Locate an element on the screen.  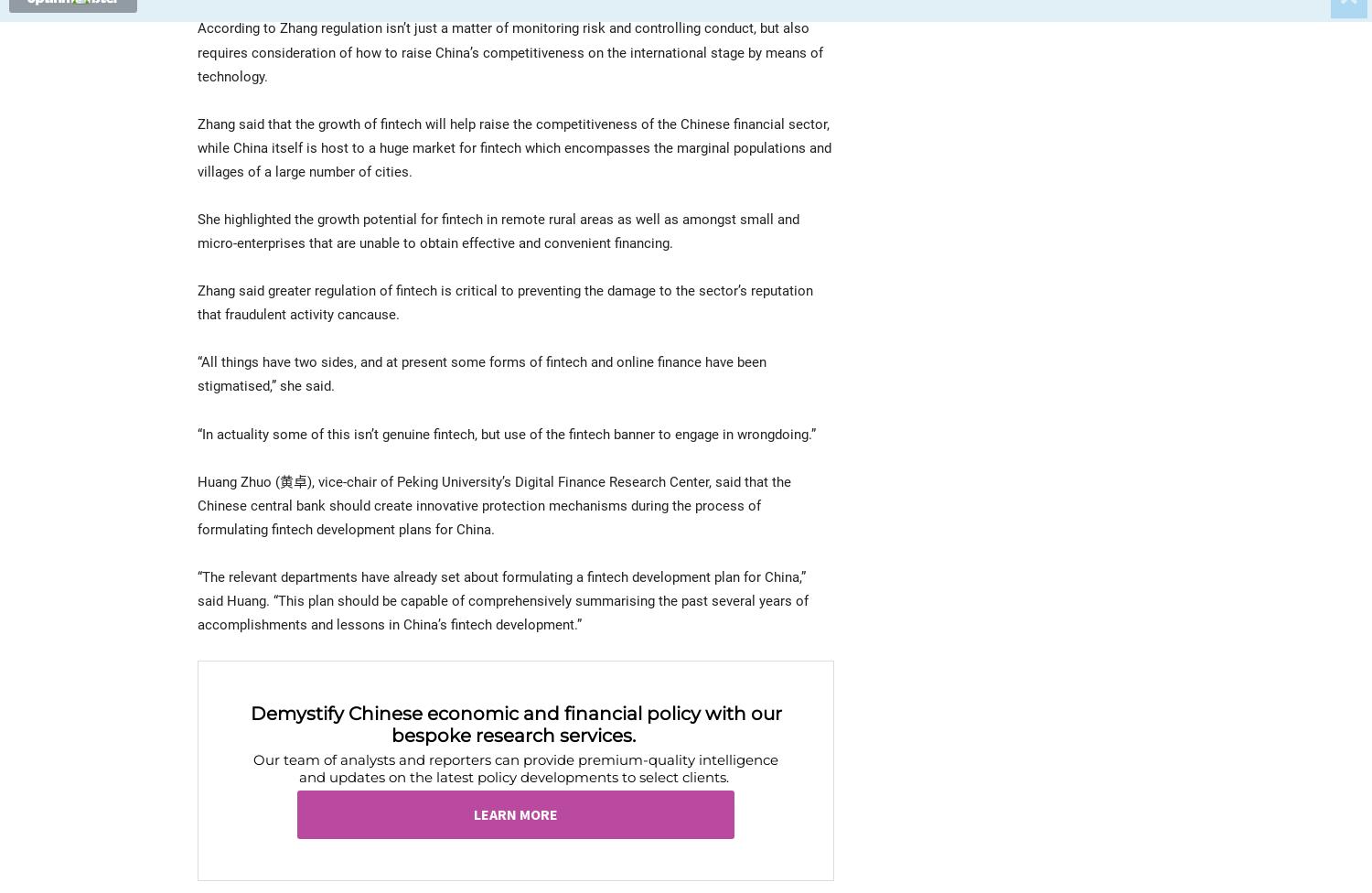
'“In actuality some of this isn’t genuine fintech, but use of the fintech banner to engage in wrongdoing.”' is located at coordinates (506, 433).